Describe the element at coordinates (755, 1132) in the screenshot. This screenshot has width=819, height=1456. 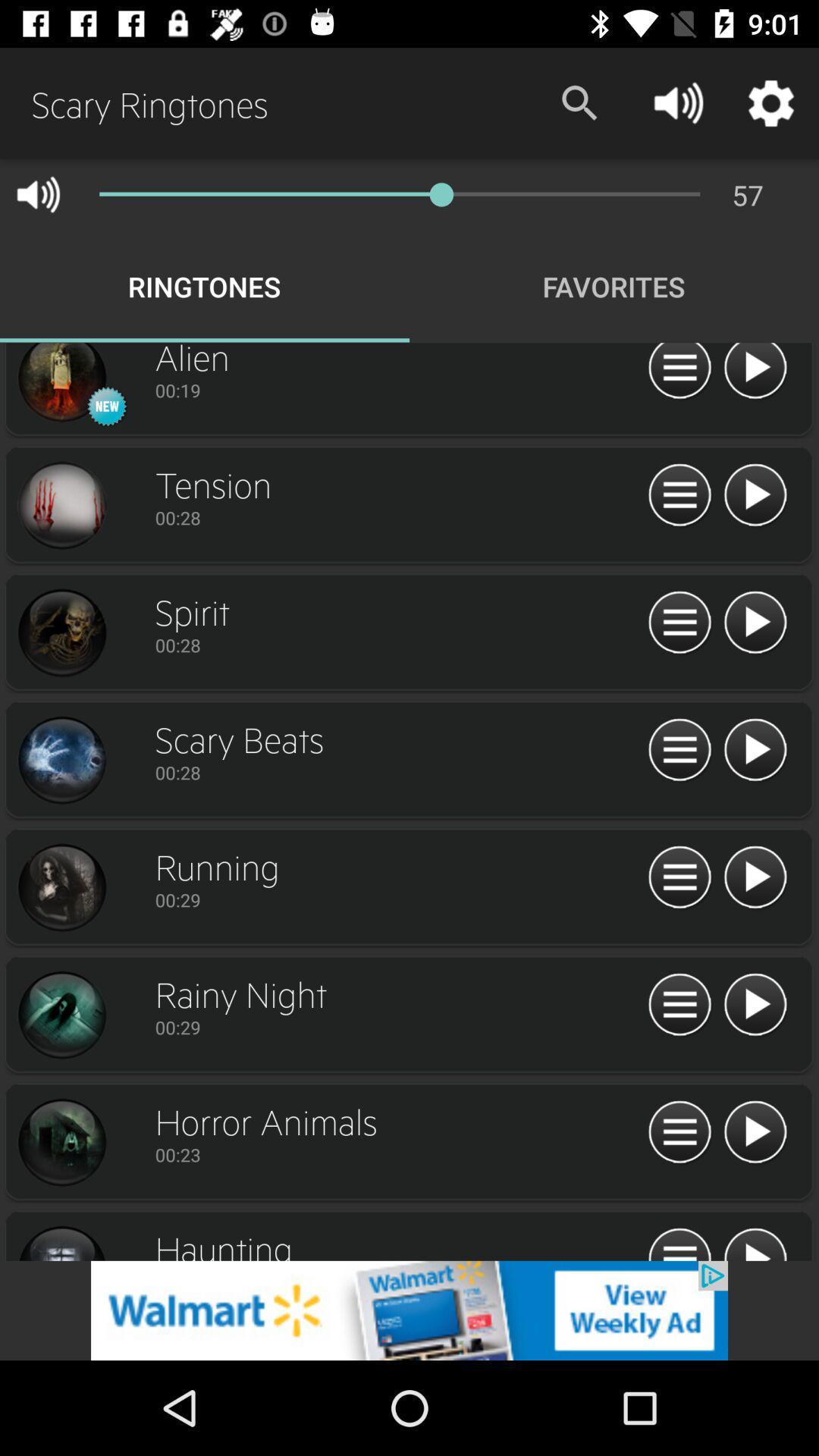
I see `playing the option` at that location.